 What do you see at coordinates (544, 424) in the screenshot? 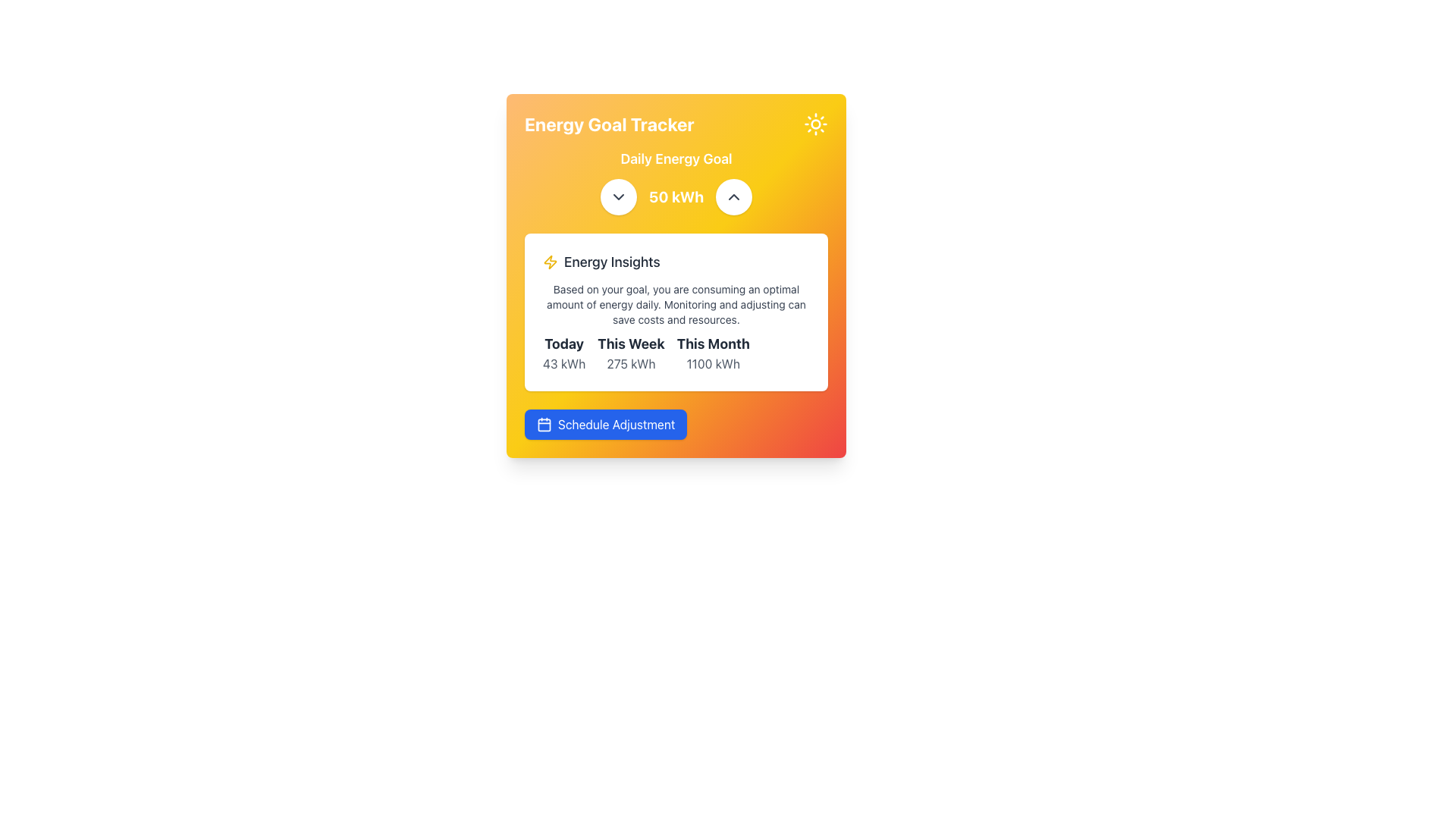
I see `the calendar icon located inside the 'Schedule Adjustment' button at the bottom section of the panel to interact with the button` at bounding box center [544, 424].